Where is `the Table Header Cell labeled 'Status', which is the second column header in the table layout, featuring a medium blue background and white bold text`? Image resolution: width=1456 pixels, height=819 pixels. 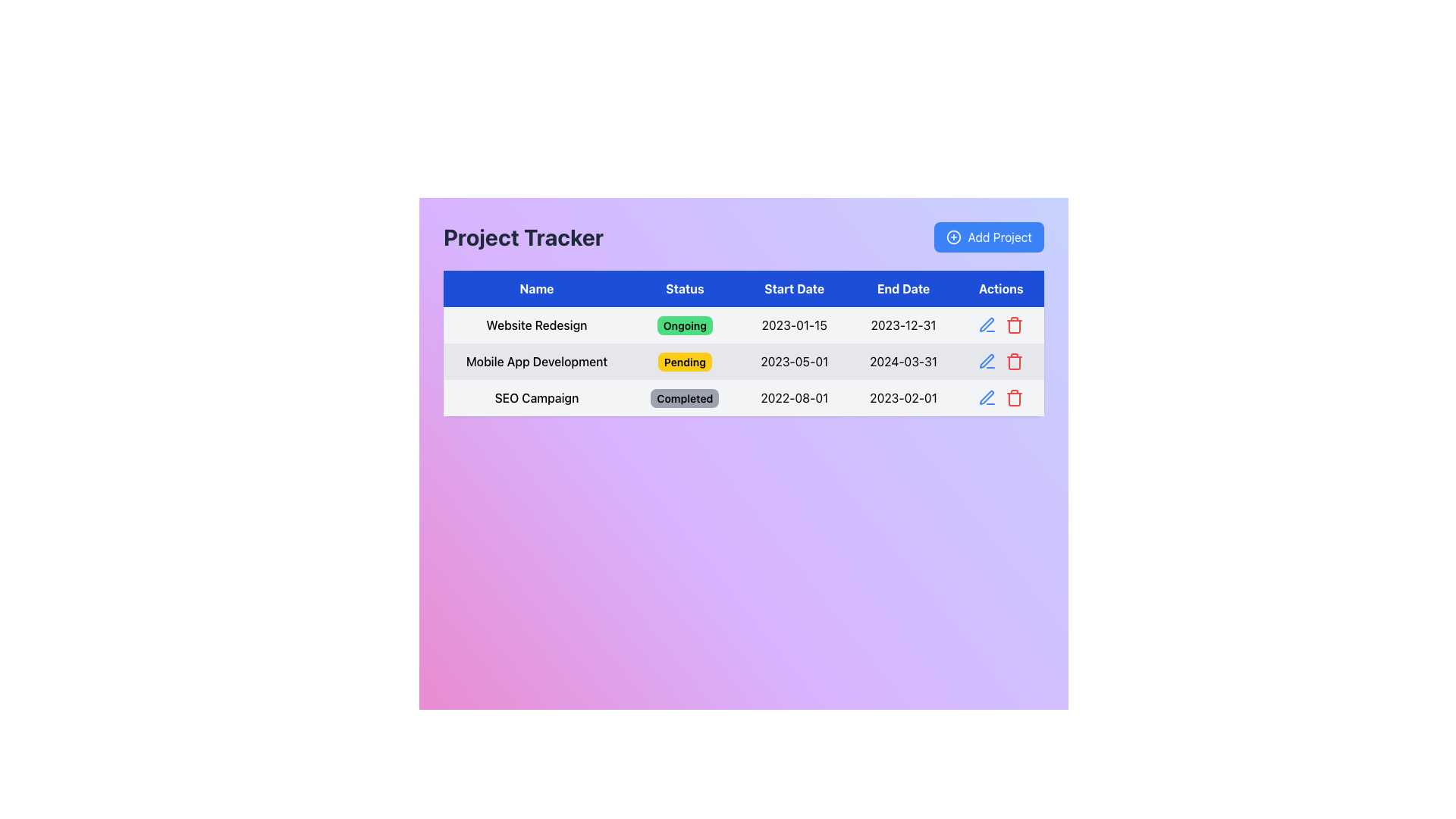 the Table Header Cell labeled 'Status', which is the second column header in the table layout, featuring a medium blue background and white bold text is located at coordinates (684, 289).